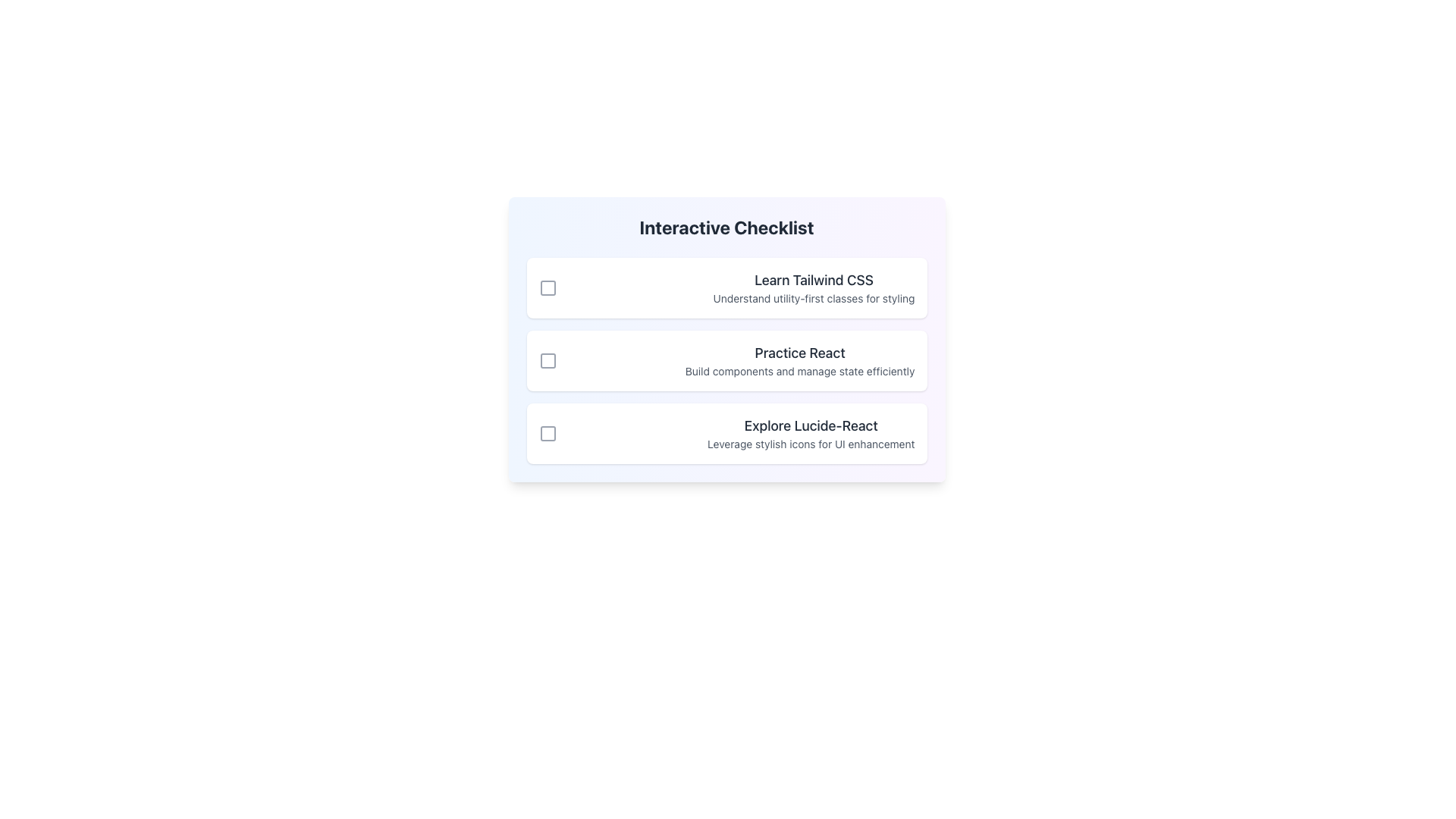  I want to click on text element displaying the phrase 'Leverage stylish icons for UI enhancement' located beneath the header 'Explore Lucide-React', so click(810, 444).